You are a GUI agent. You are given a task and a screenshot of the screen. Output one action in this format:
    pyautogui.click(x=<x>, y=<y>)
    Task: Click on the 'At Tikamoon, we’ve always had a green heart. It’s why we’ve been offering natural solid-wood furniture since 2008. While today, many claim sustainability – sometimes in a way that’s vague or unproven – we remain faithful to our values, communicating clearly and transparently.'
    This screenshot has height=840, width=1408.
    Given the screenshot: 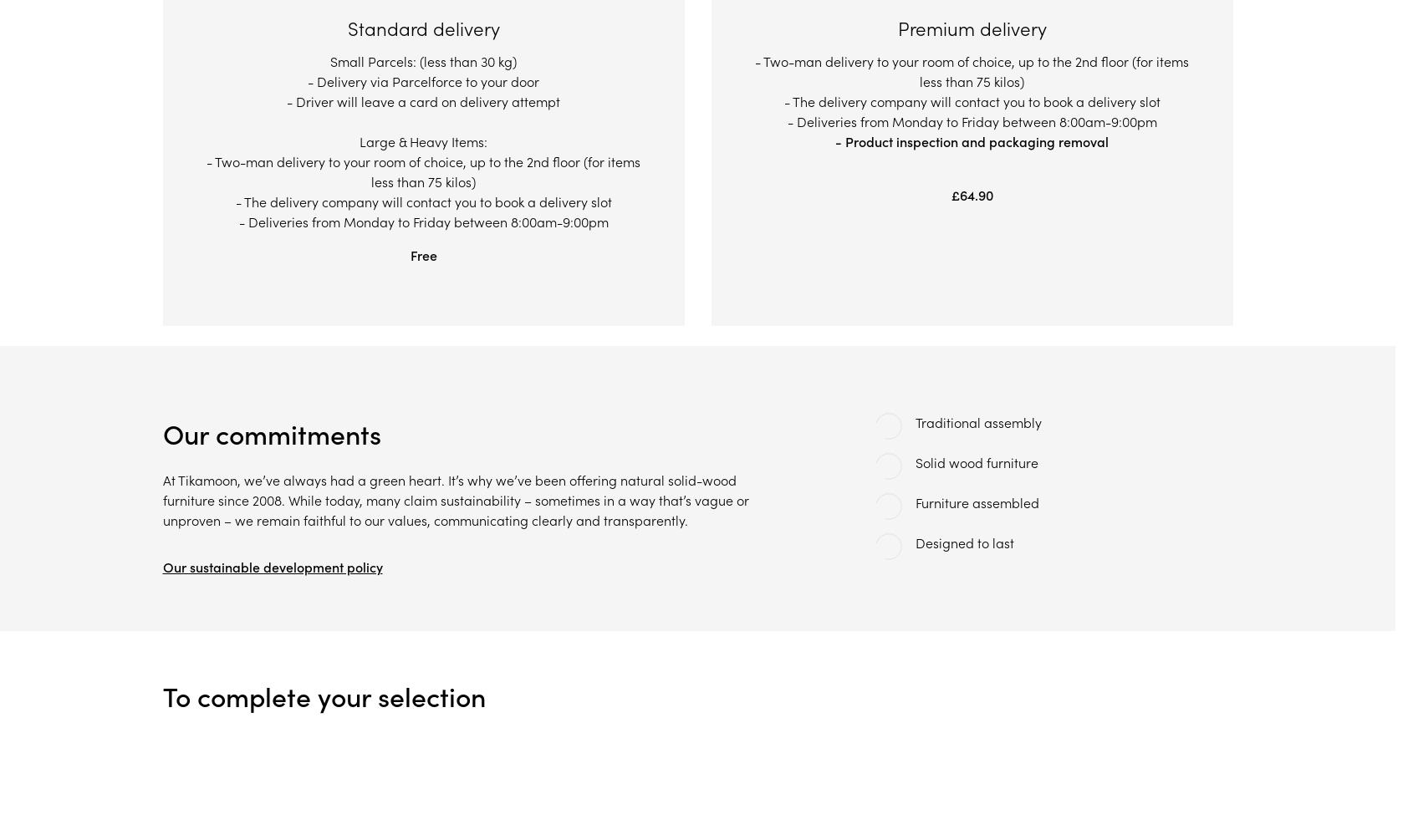 What is the action you would take?
    pyautogui.click(x=454, y=499)
    